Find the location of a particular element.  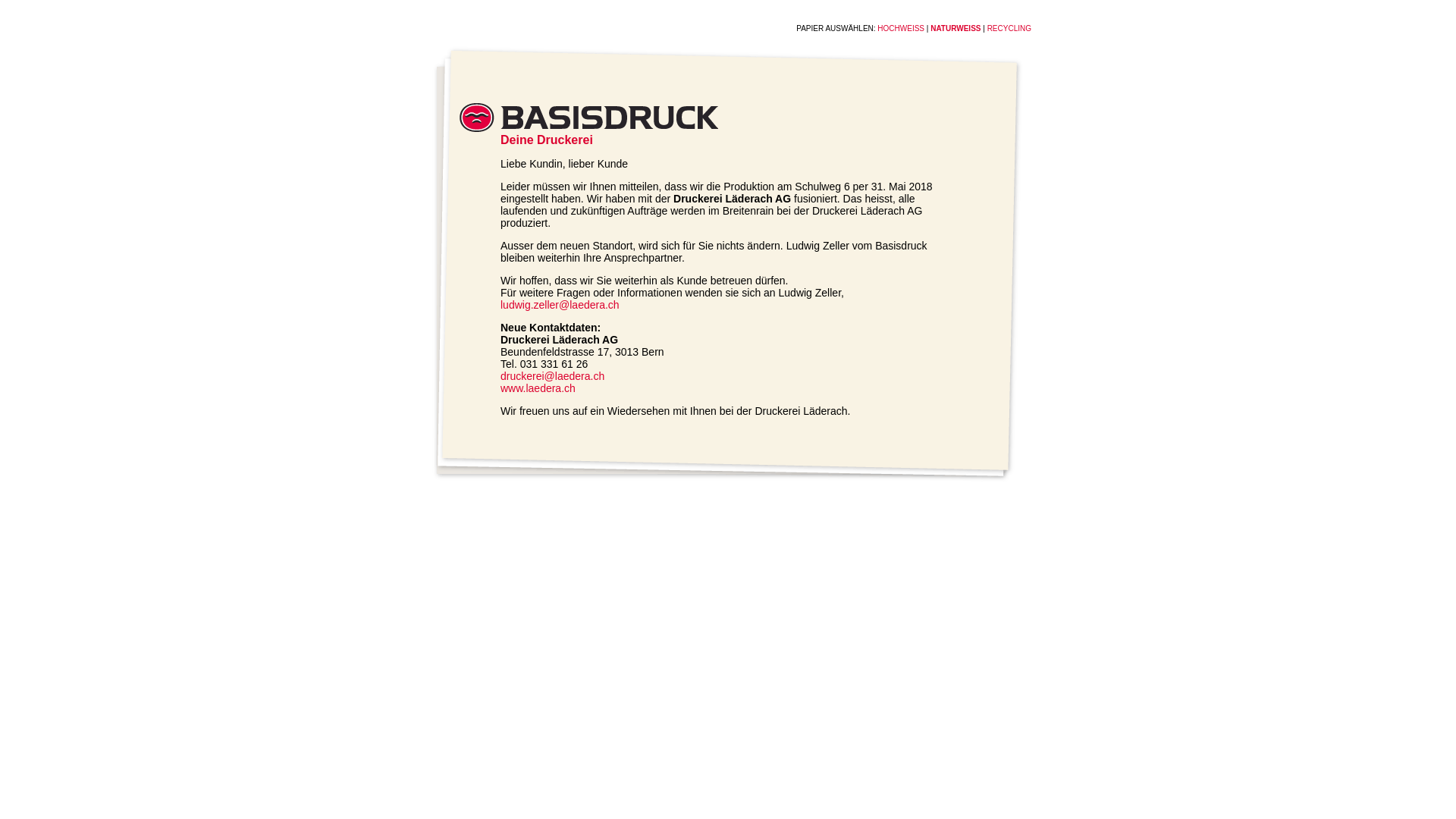

'www.laedera.ch' is located at coordinates (500, 388).